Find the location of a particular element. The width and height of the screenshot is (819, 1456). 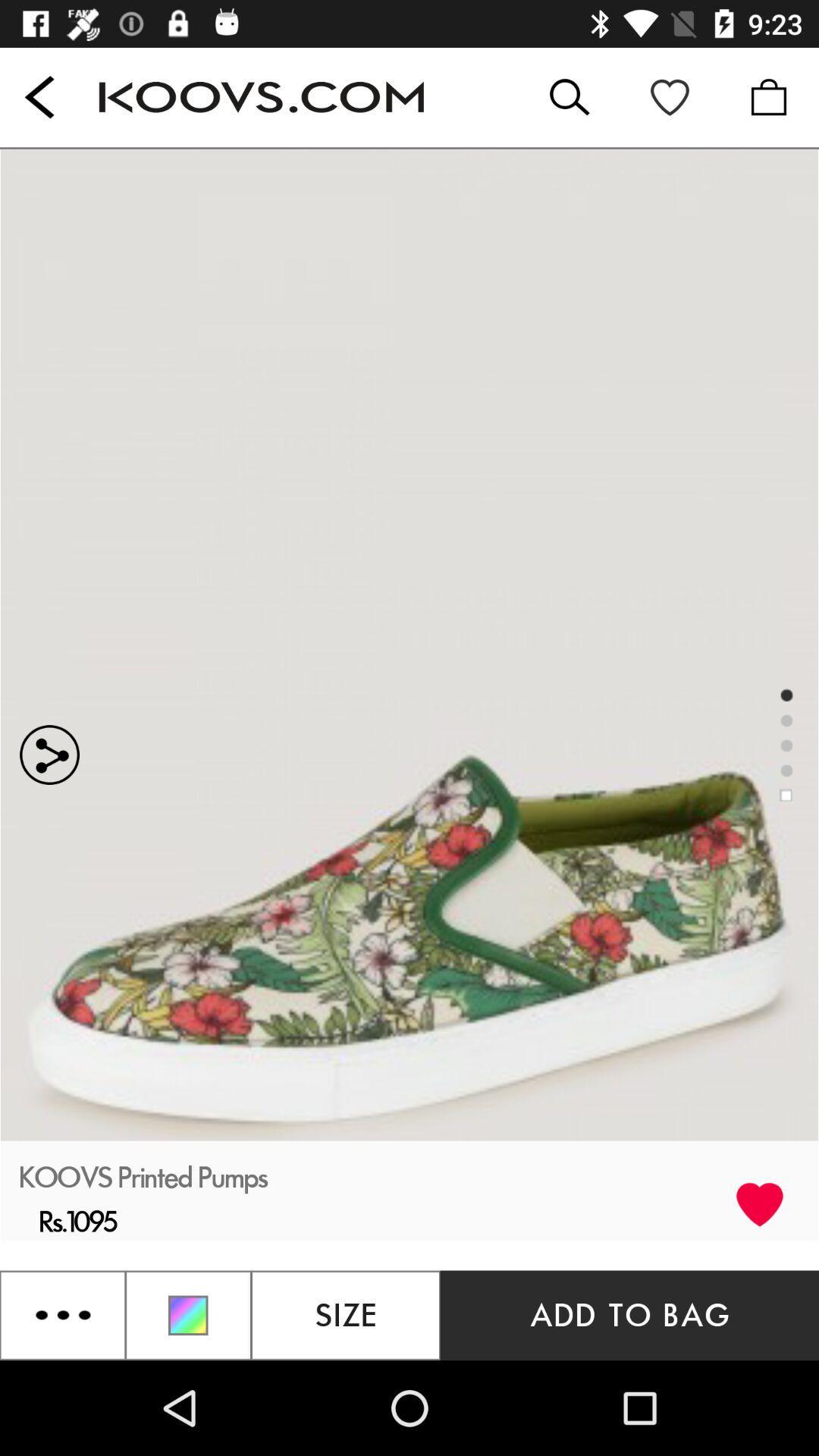

the button at the right side bottom of the page is located at coordinates (629, 1314).